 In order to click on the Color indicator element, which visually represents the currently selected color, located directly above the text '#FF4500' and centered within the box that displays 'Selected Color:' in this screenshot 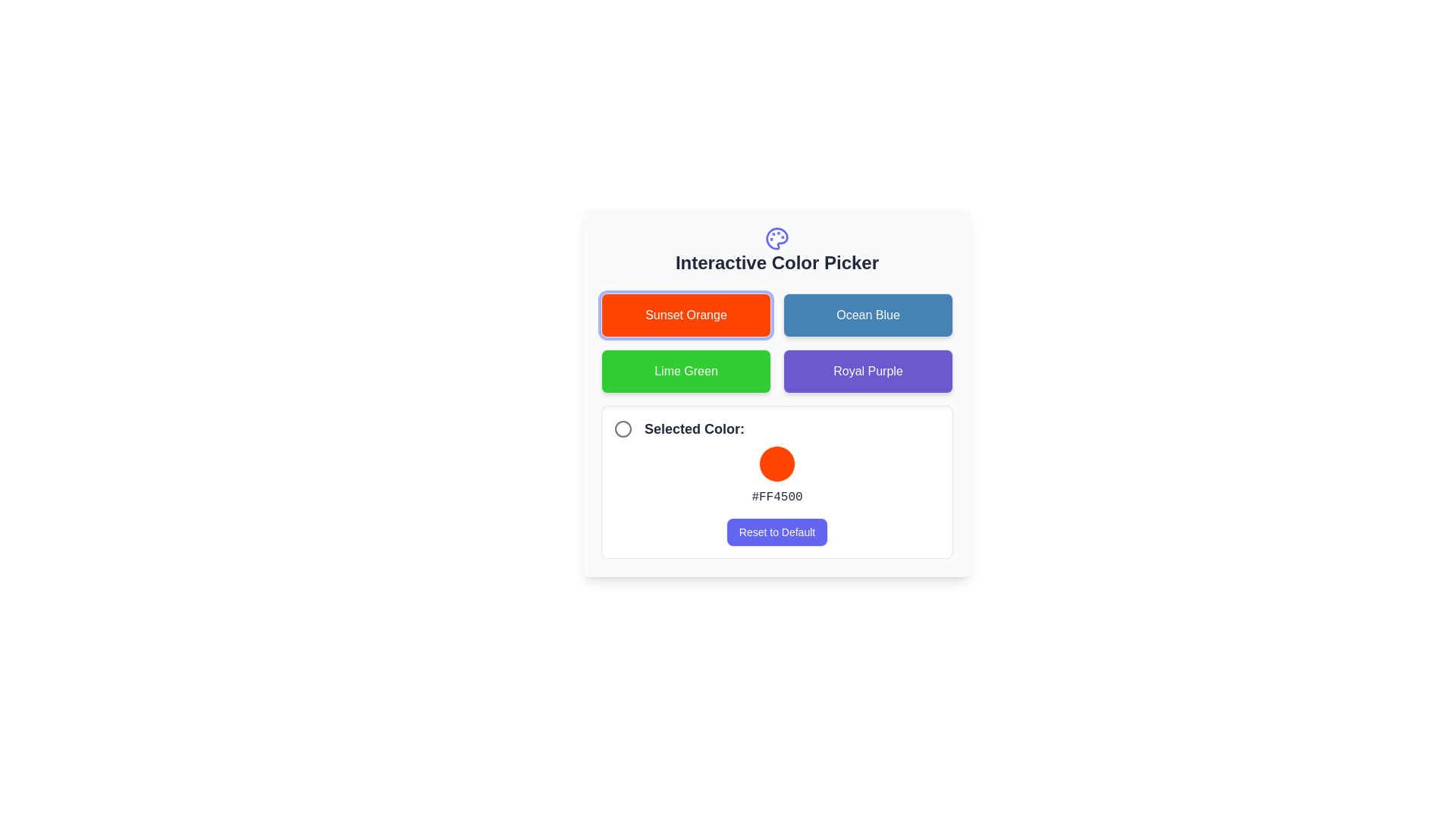, I will do `click(777, 463)`.